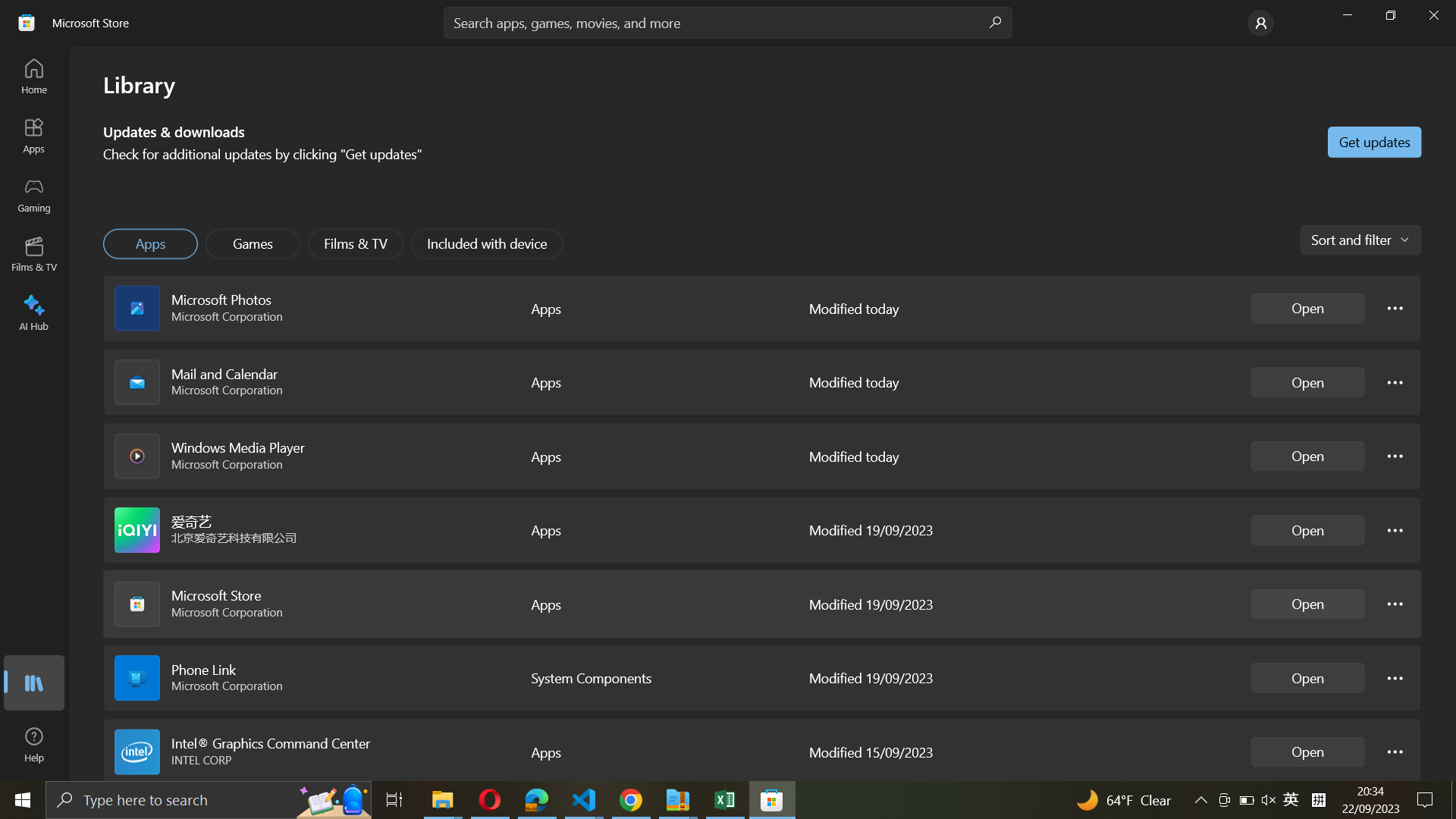  What do you see at coordinates (355, 243) in the screenshot?
I see `Films & TV application` at bounding box center [355, 243].